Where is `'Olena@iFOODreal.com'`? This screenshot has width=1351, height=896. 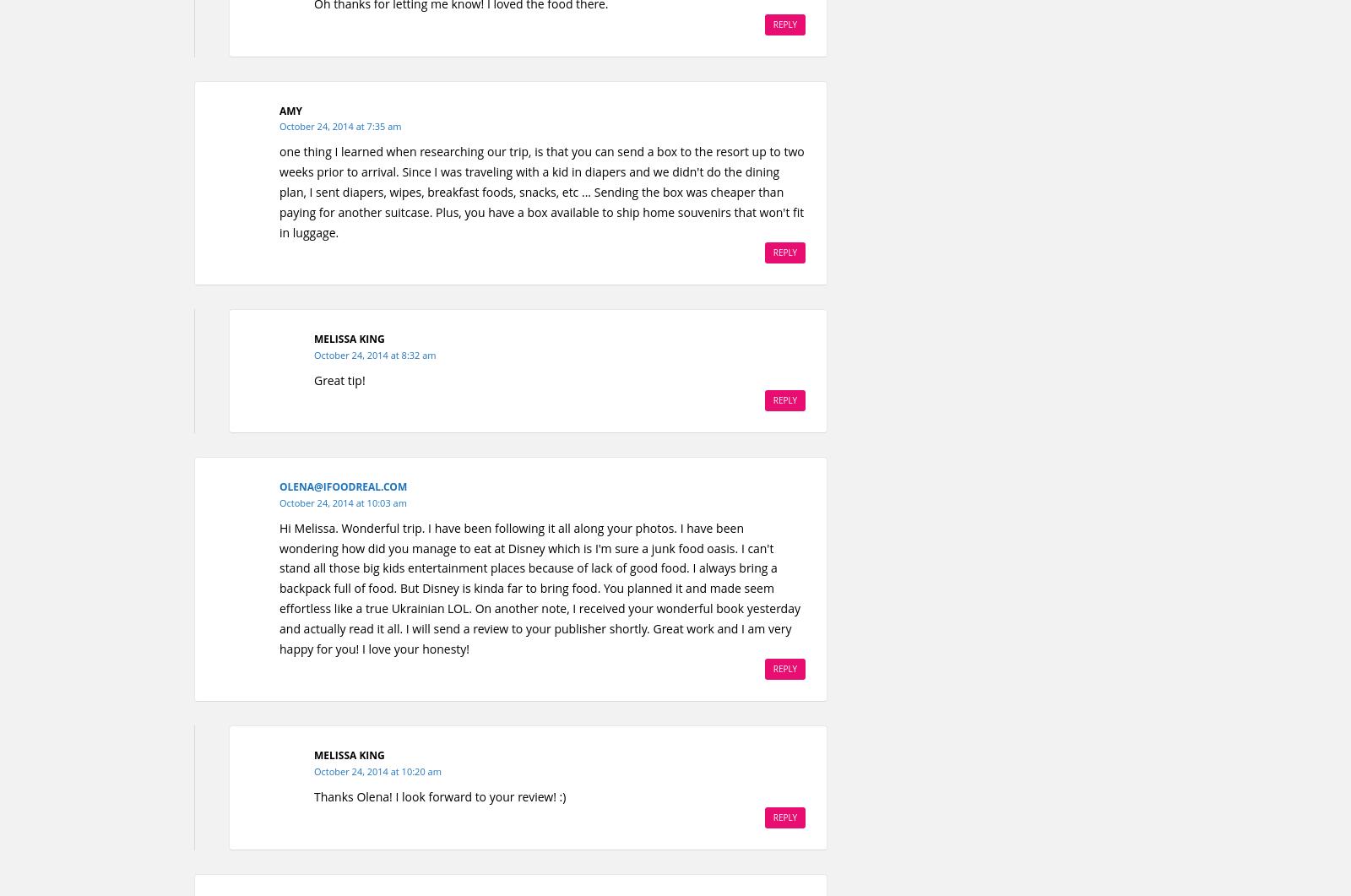 'Olena@iFOODreal.com' is located at coordinates (342, 486).